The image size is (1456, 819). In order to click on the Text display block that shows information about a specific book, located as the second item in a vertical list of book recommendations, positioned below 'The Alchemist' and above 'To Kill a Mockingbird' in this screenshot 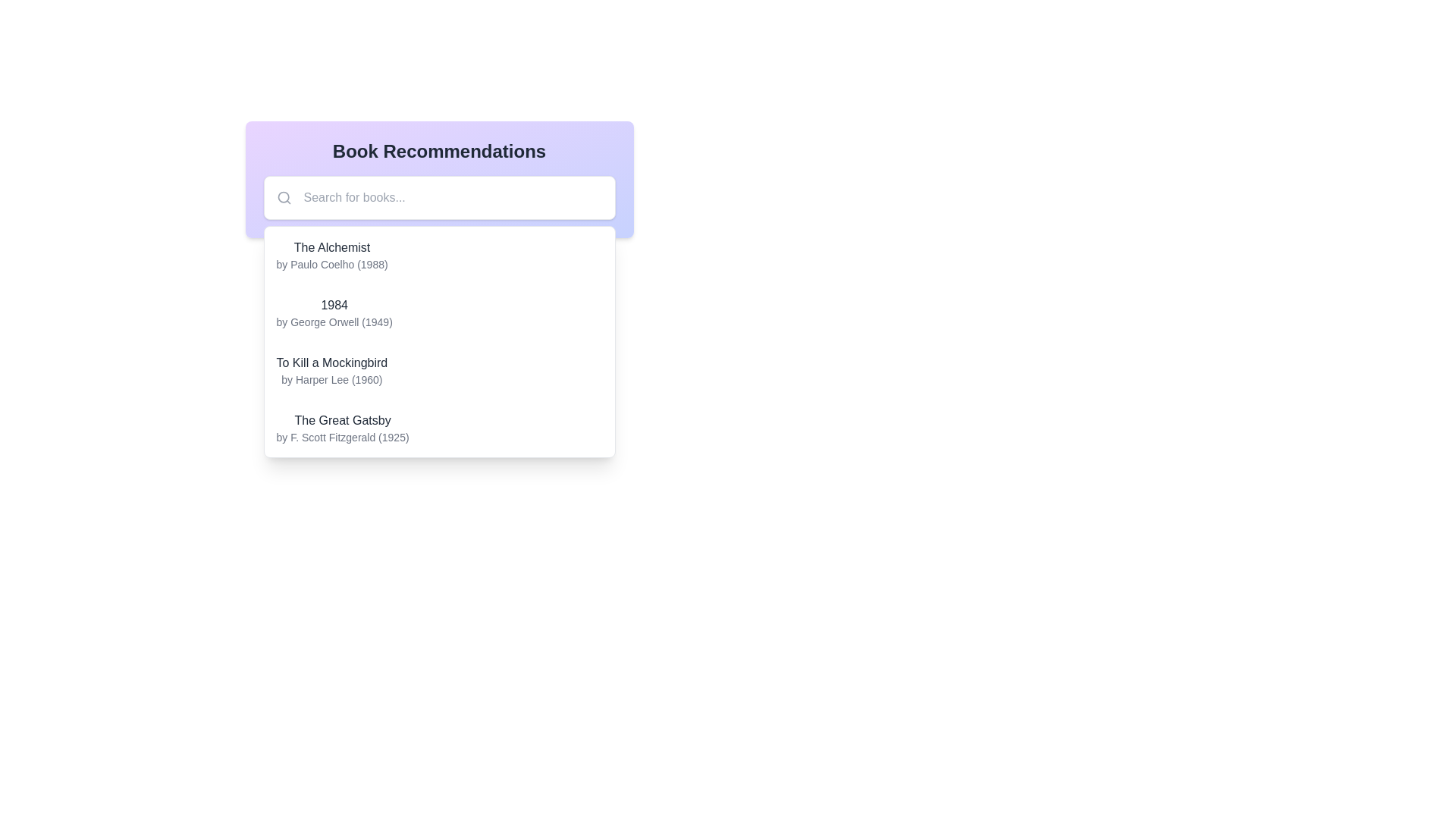, I will do `click(334, 312)`.